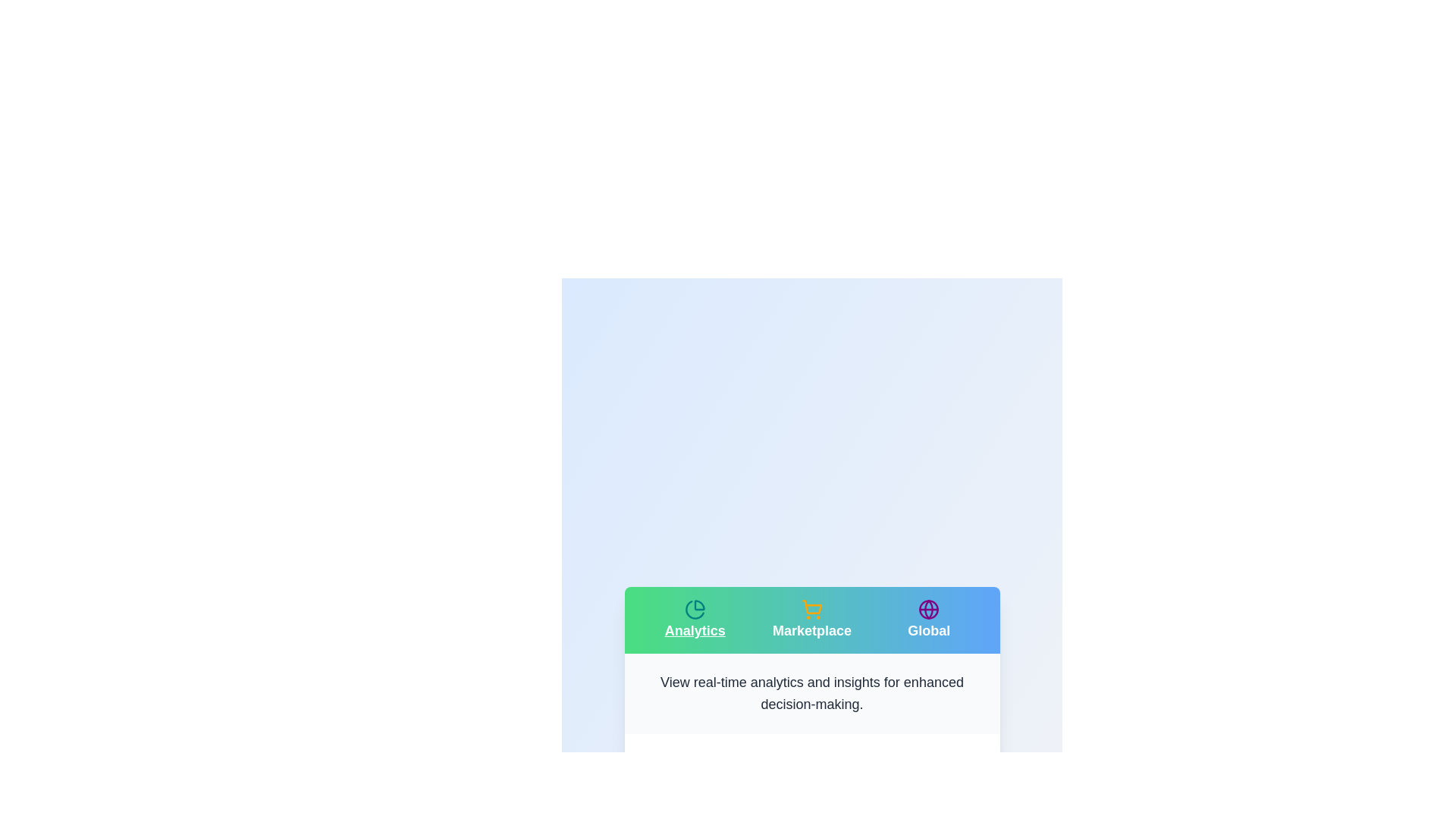  I want to click on the Global tab to navigate to its section, so click(928, 620).